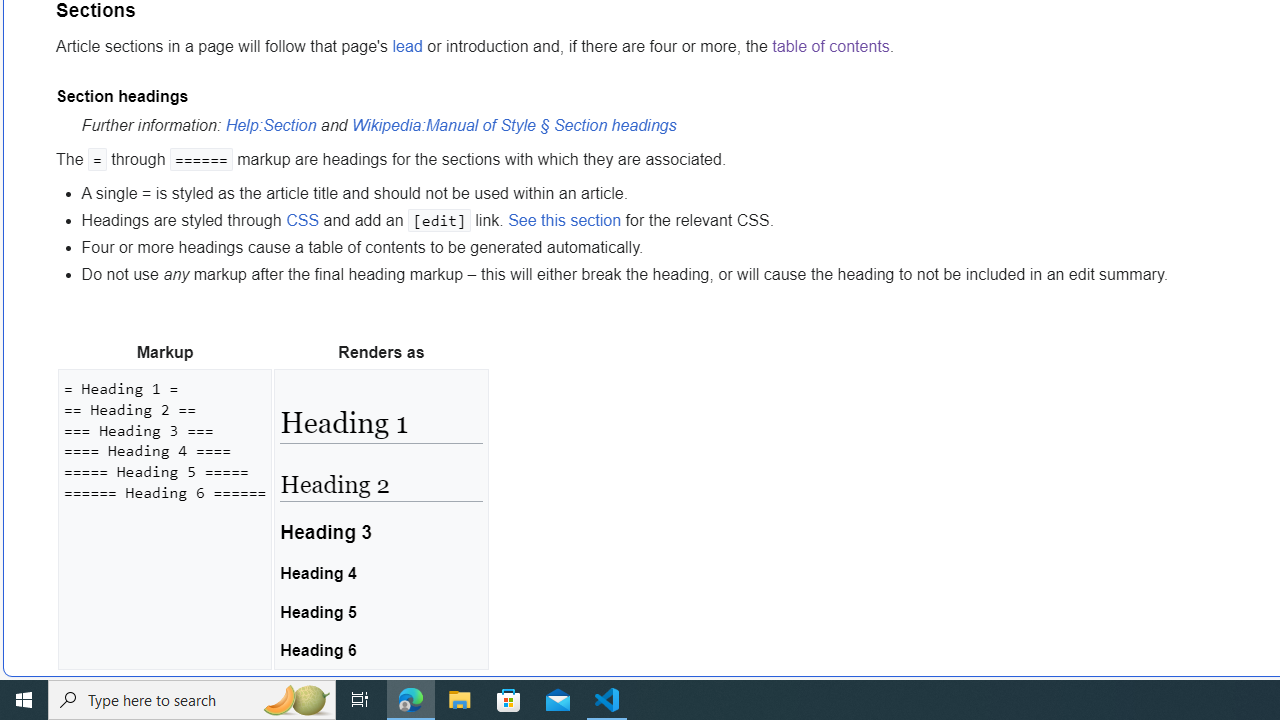 The image size is (1280, 720). What do you see at coordinates (165, 352) in the screenshot?
I see `'Markup'` at bounding box center [165, 352].